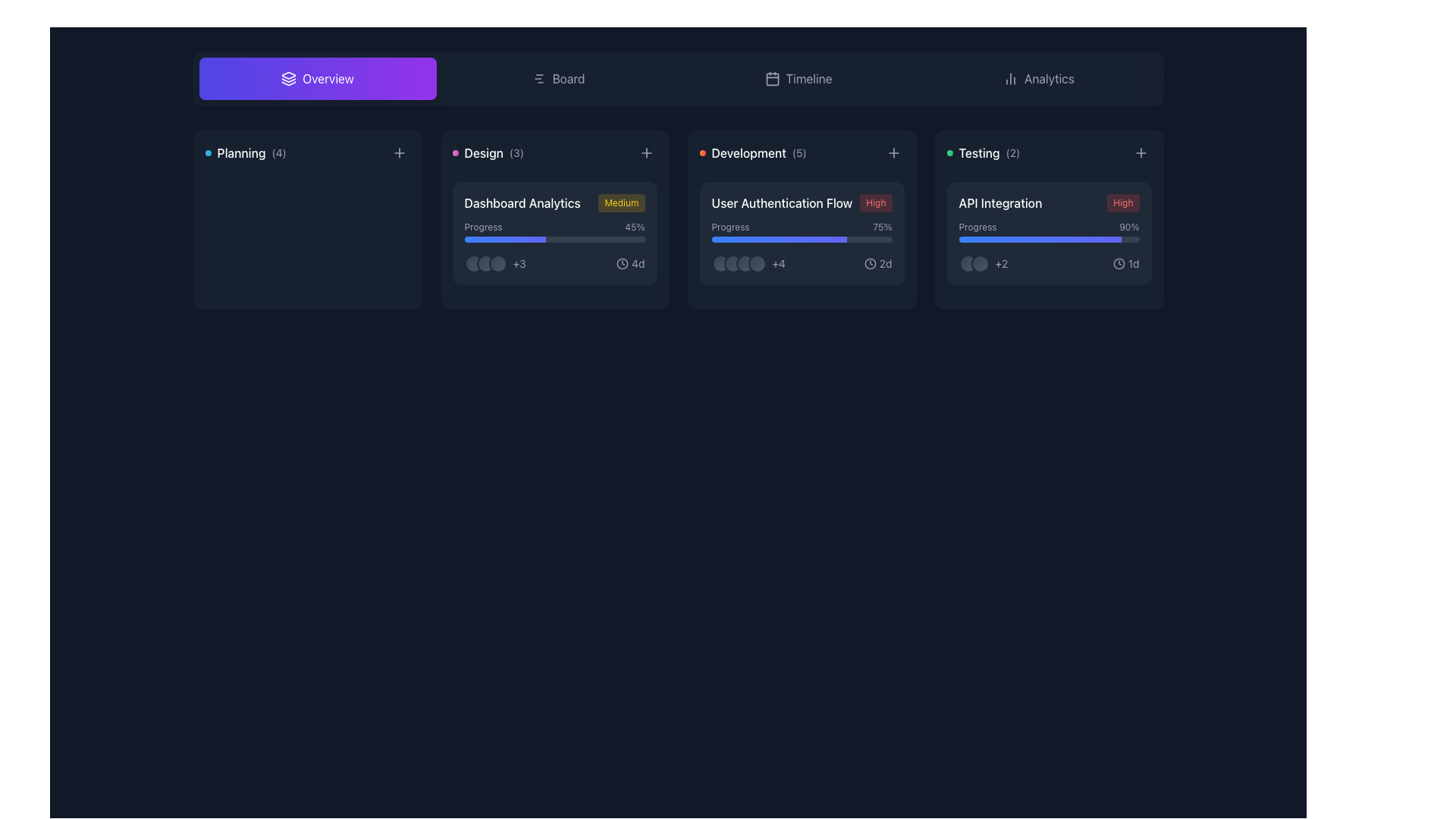  Describe the element at coordinates (893, 152) in the screenshot. I see `the plus-shaped icon button located at the top-right corner of the 'Development' card segment` at that location.